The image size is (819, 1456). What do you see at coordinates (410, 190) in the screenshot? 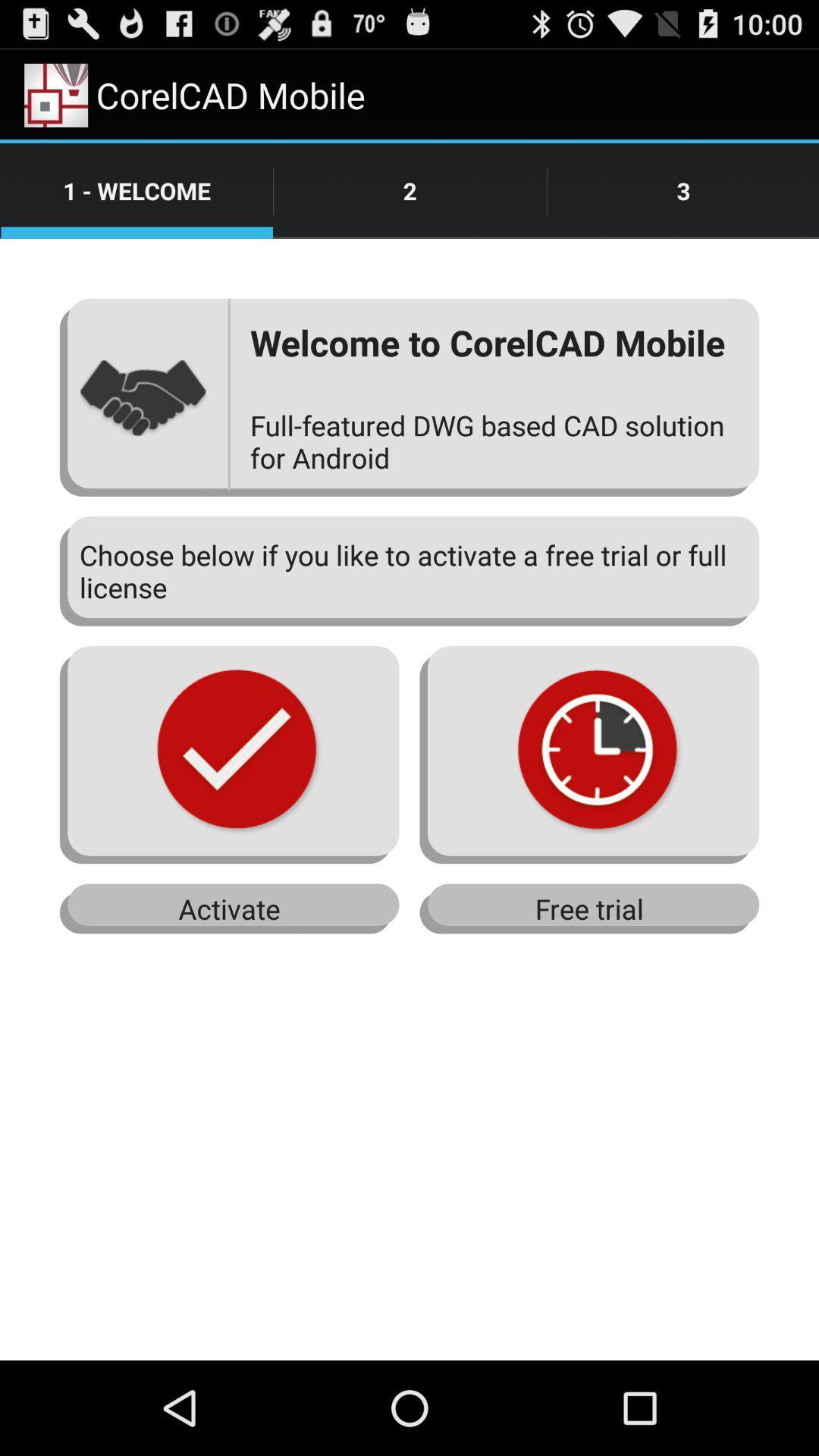
I see `tap on number 2 shown next to 1 welcome` at bounding box center [410, 190].